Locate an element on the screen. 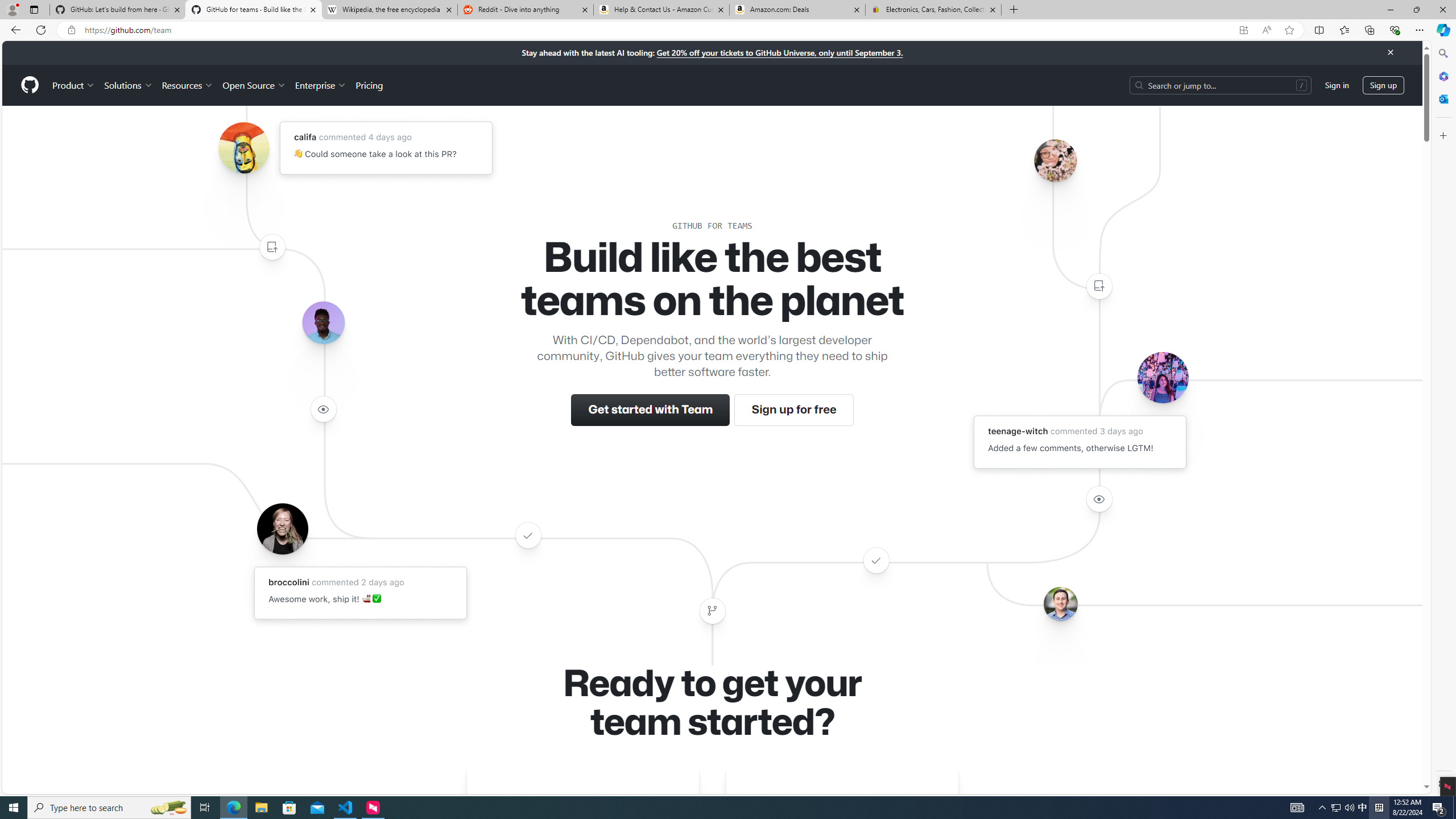 The height and width of the screenshot is (819, 1456). 'Resources' is located at coordinates (188, 85).